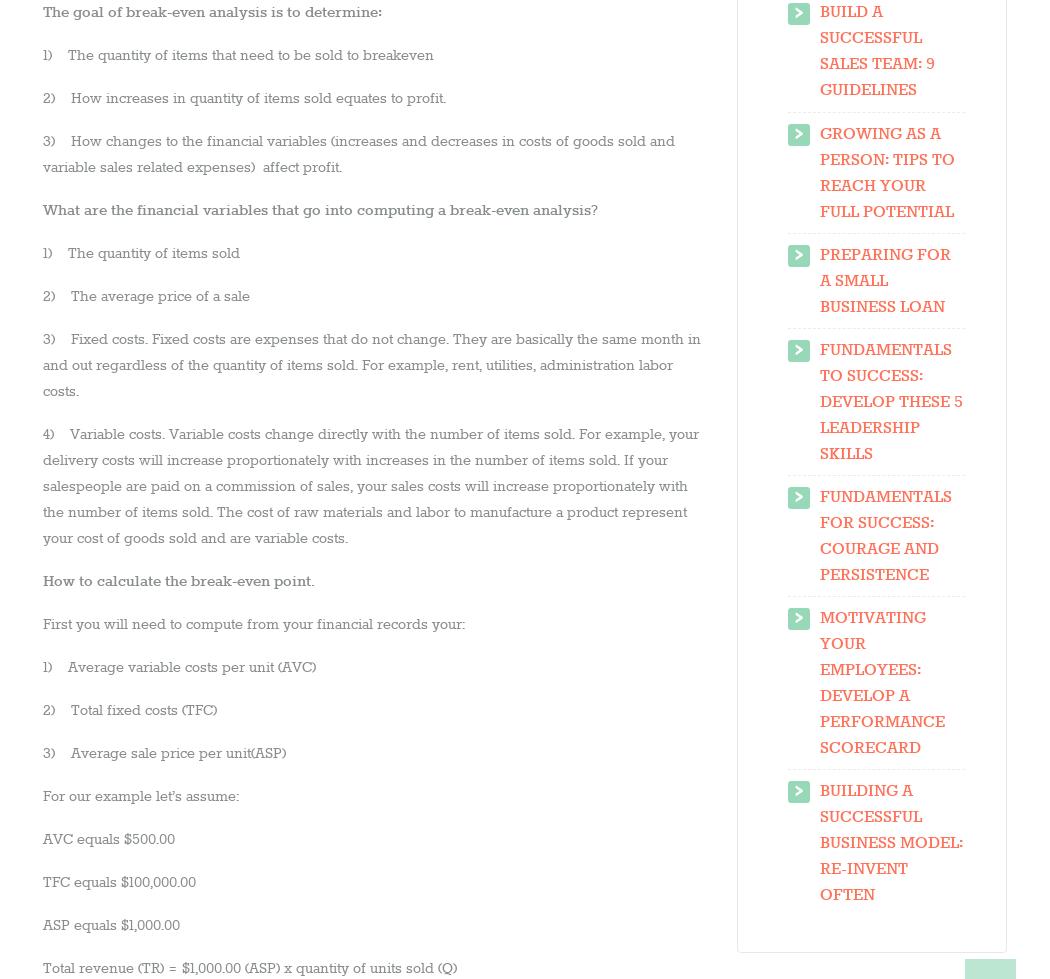 This screenshot has height=979, width=1050. I want to click on 'AVC equals $500.00', so click(108, 838).